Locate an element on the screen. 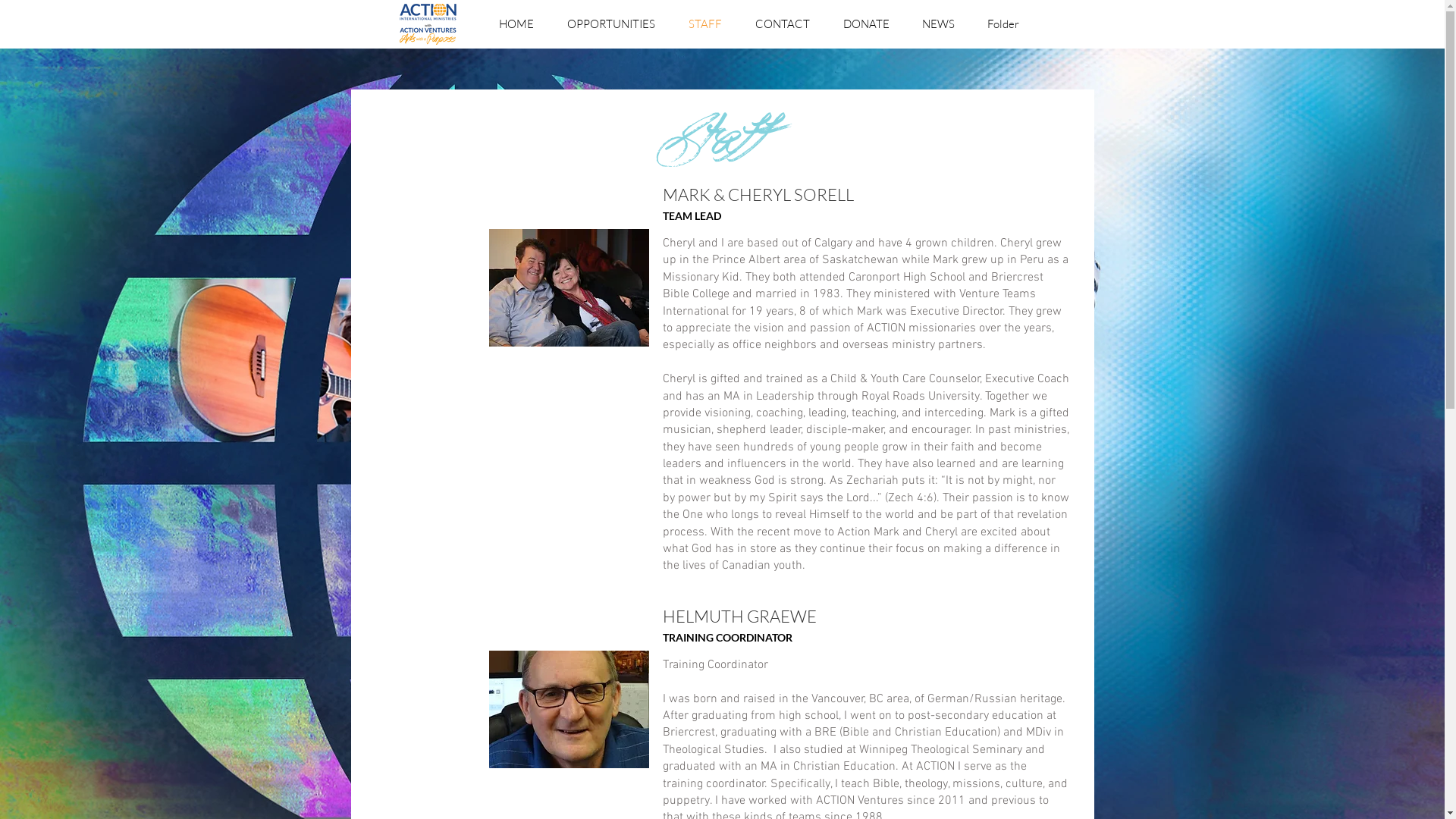 The width and height of the screenshot is (1456, 819). 'NEWS' is located at coordinates (937, 24).